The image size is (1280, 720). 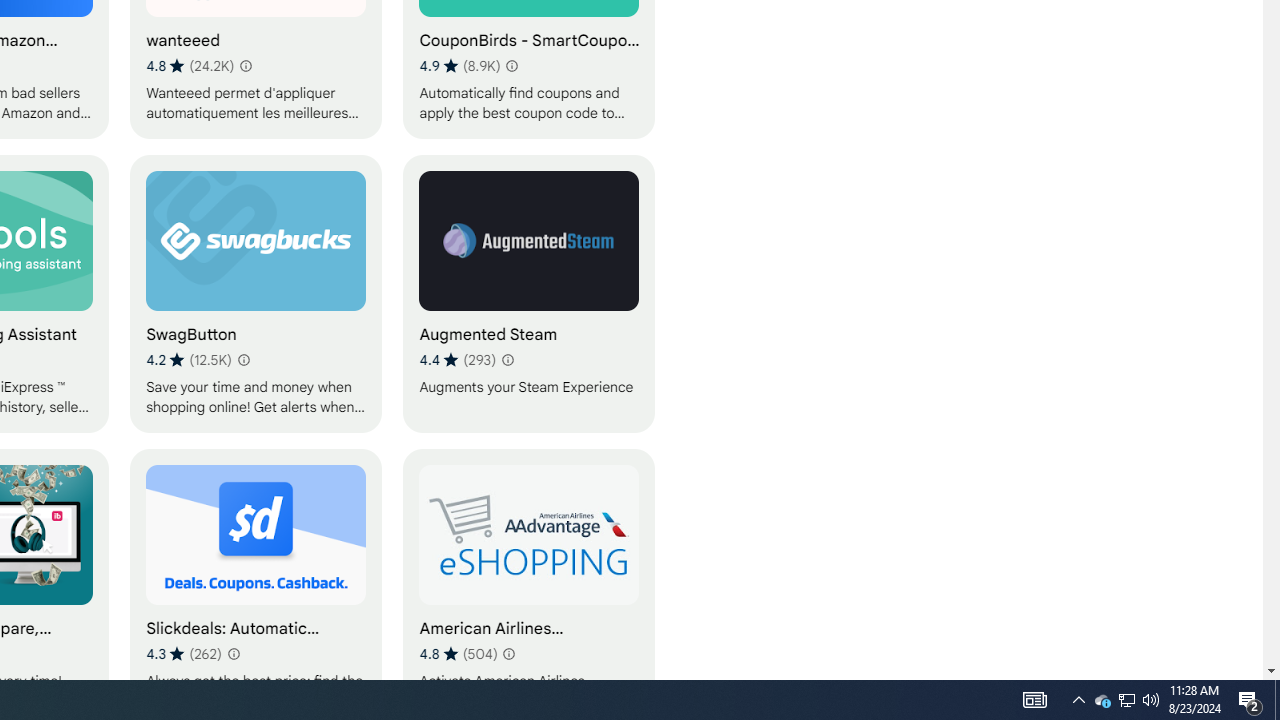 I want to click on 'Average rating 4.8 out of 5 stars. 24.2K ratings.', so click(x=190, y=65).